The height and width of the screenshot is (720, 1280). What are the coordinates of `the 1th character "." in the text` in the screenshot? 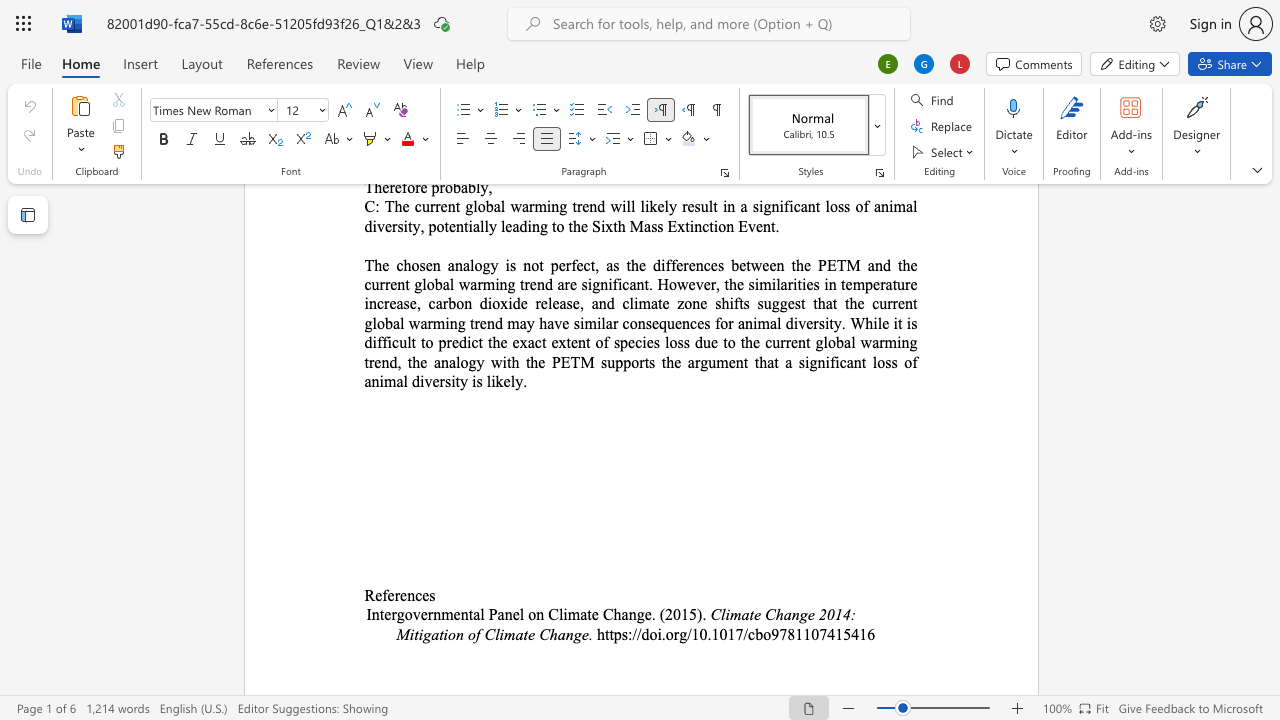 It's located at (663, 634).